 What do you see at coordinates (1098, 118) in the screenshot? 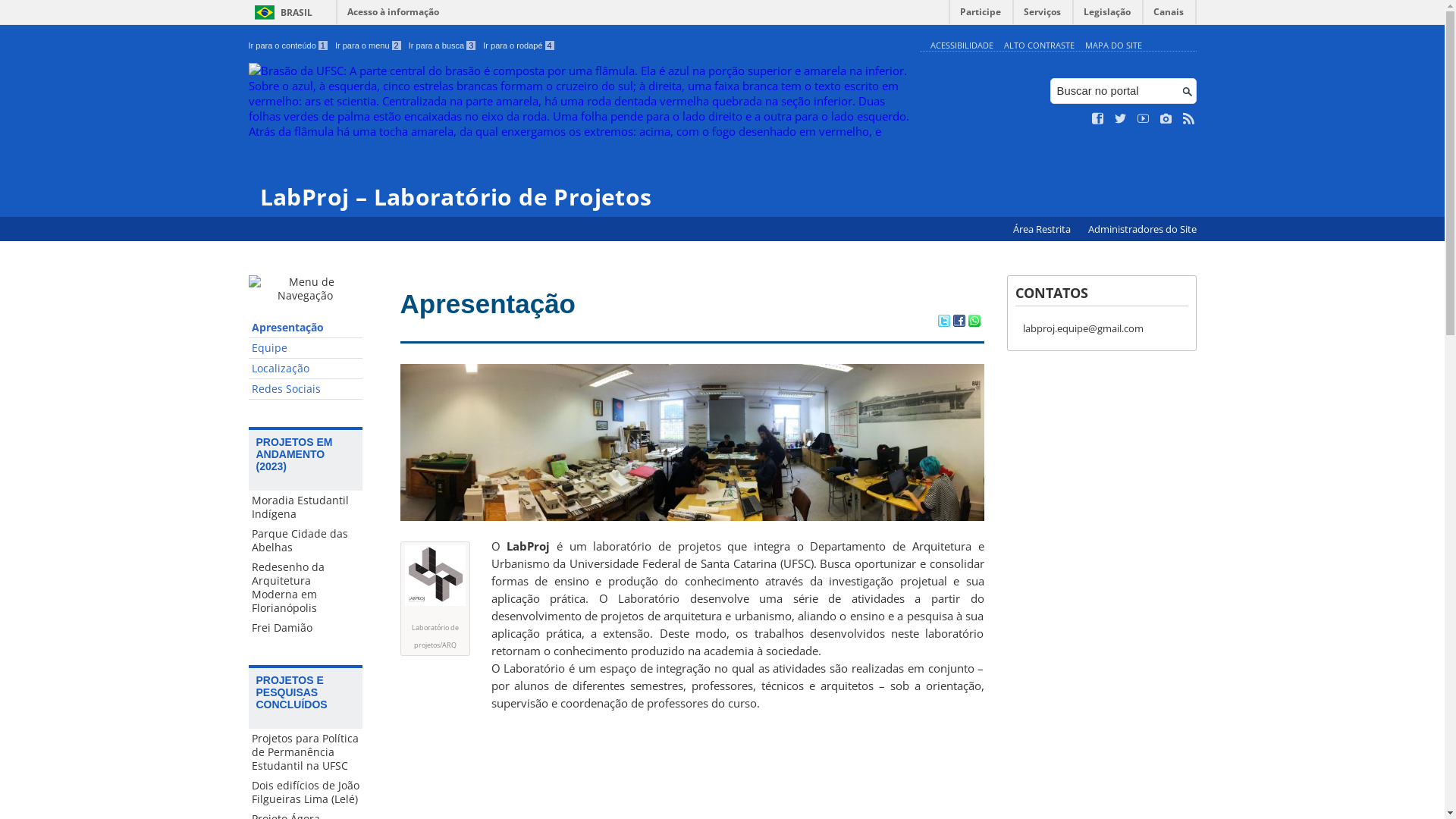
I see `'Curta no Facebook'` at bounding box center [1098, 118].